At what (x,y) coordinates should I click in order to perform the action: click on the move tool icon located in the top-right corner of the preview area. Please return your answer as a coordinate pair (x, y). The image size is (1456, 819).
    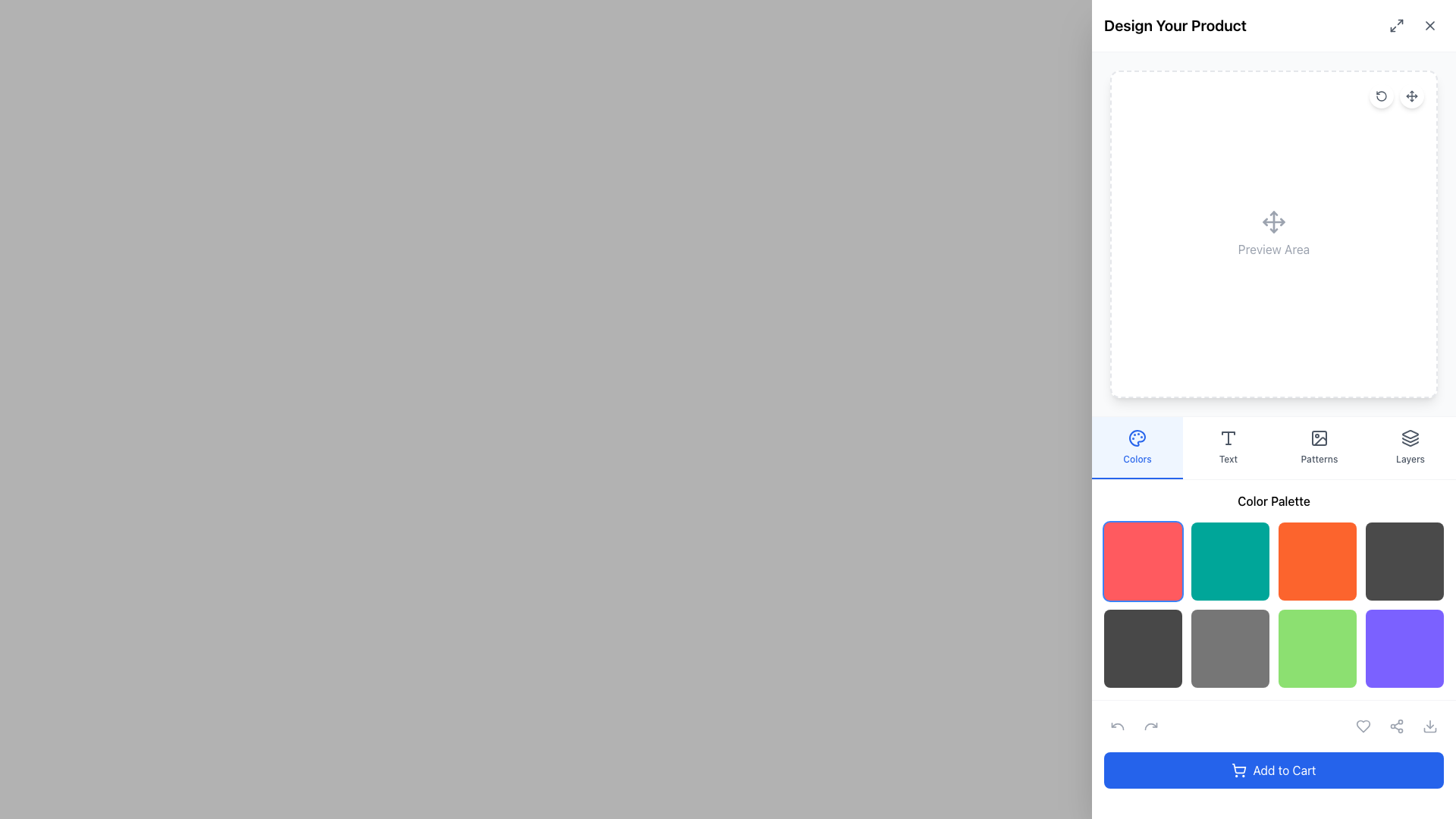
    Looking at the image, I should click on (1411, 96).